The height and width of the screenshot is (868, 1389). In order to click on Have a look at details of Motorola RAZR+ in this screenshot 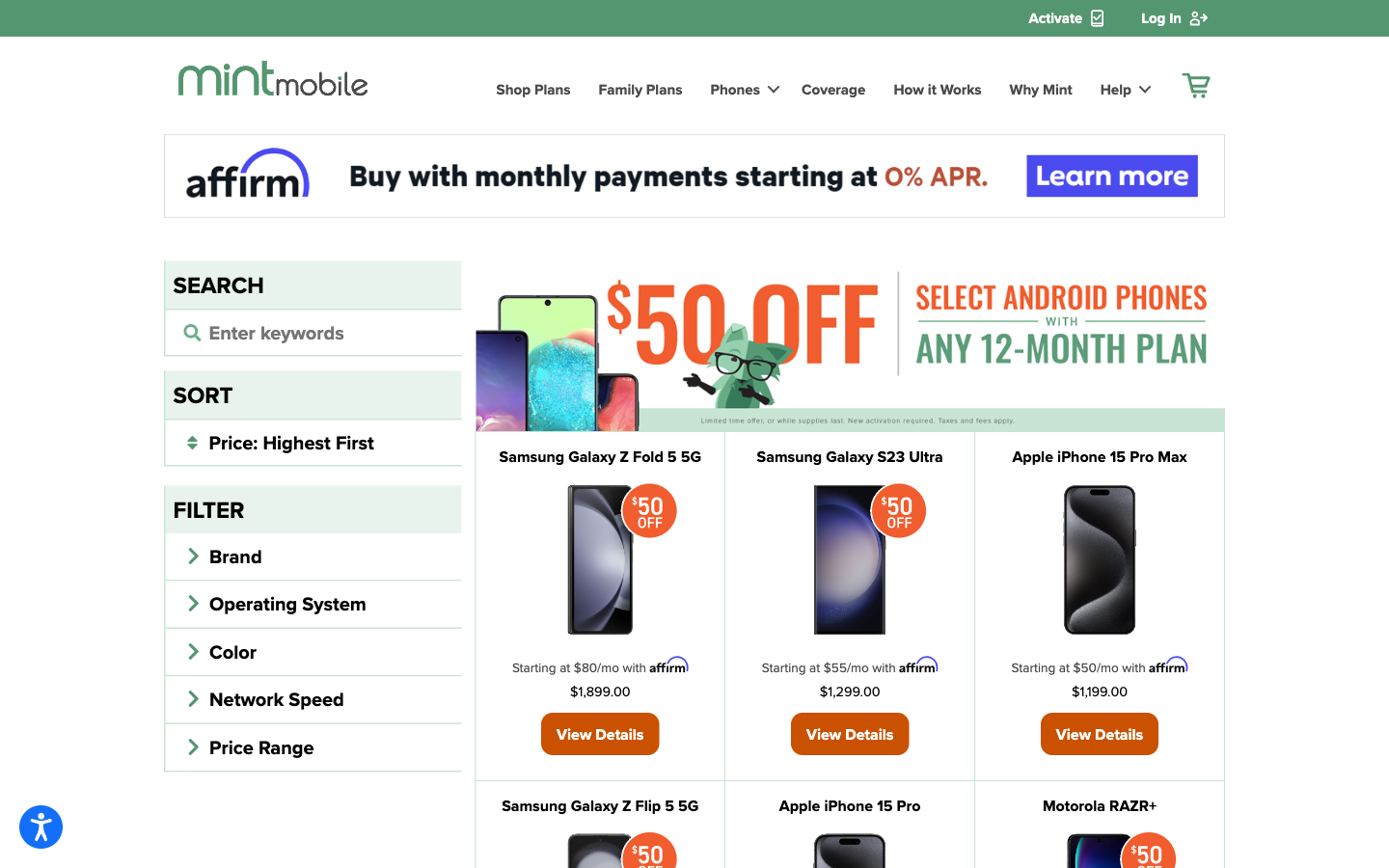, I will do `click(1099, 805)`.